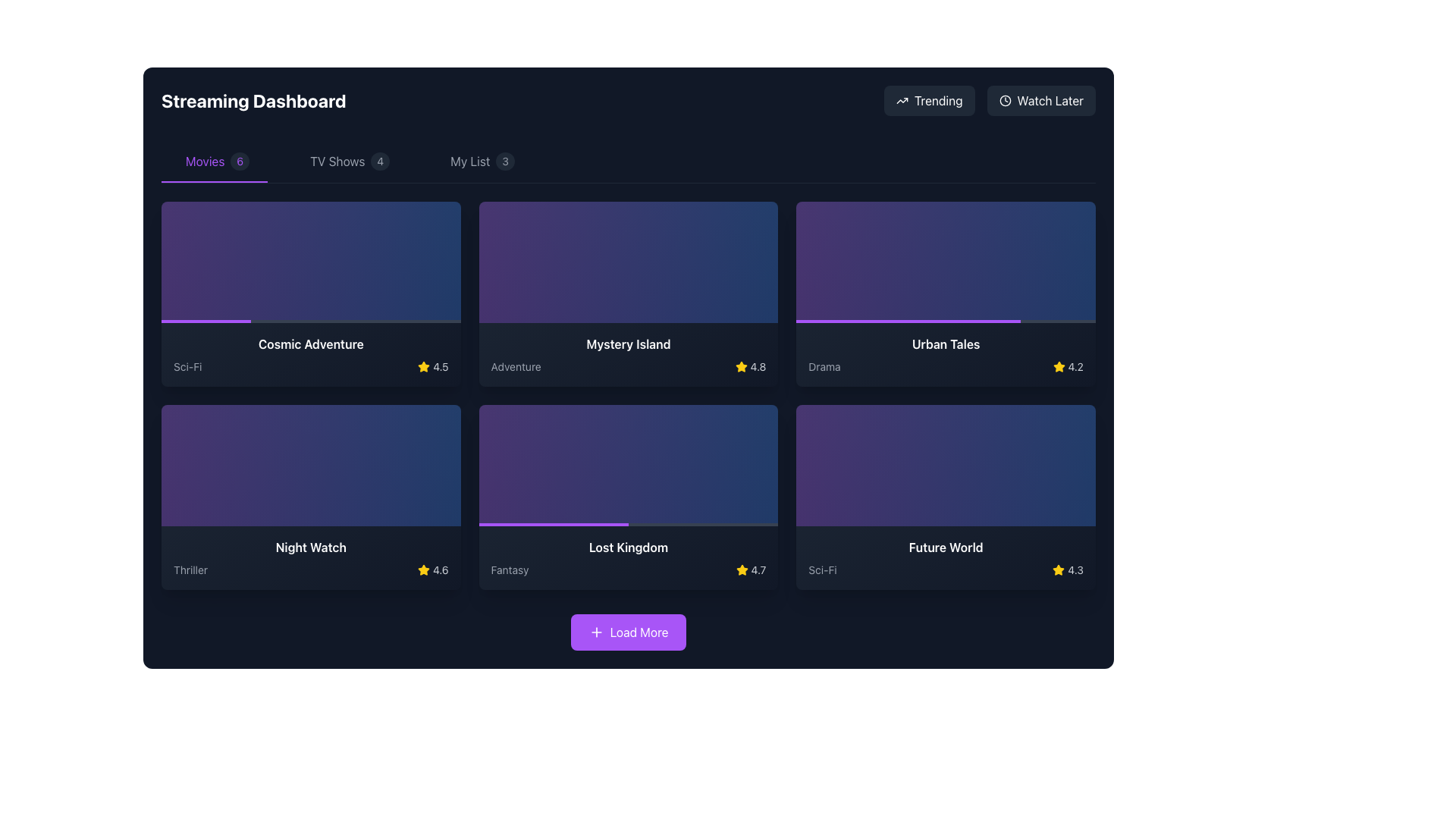  I want to click on the 'TV Shows' tab in the navigation menu, so click(337, 161).